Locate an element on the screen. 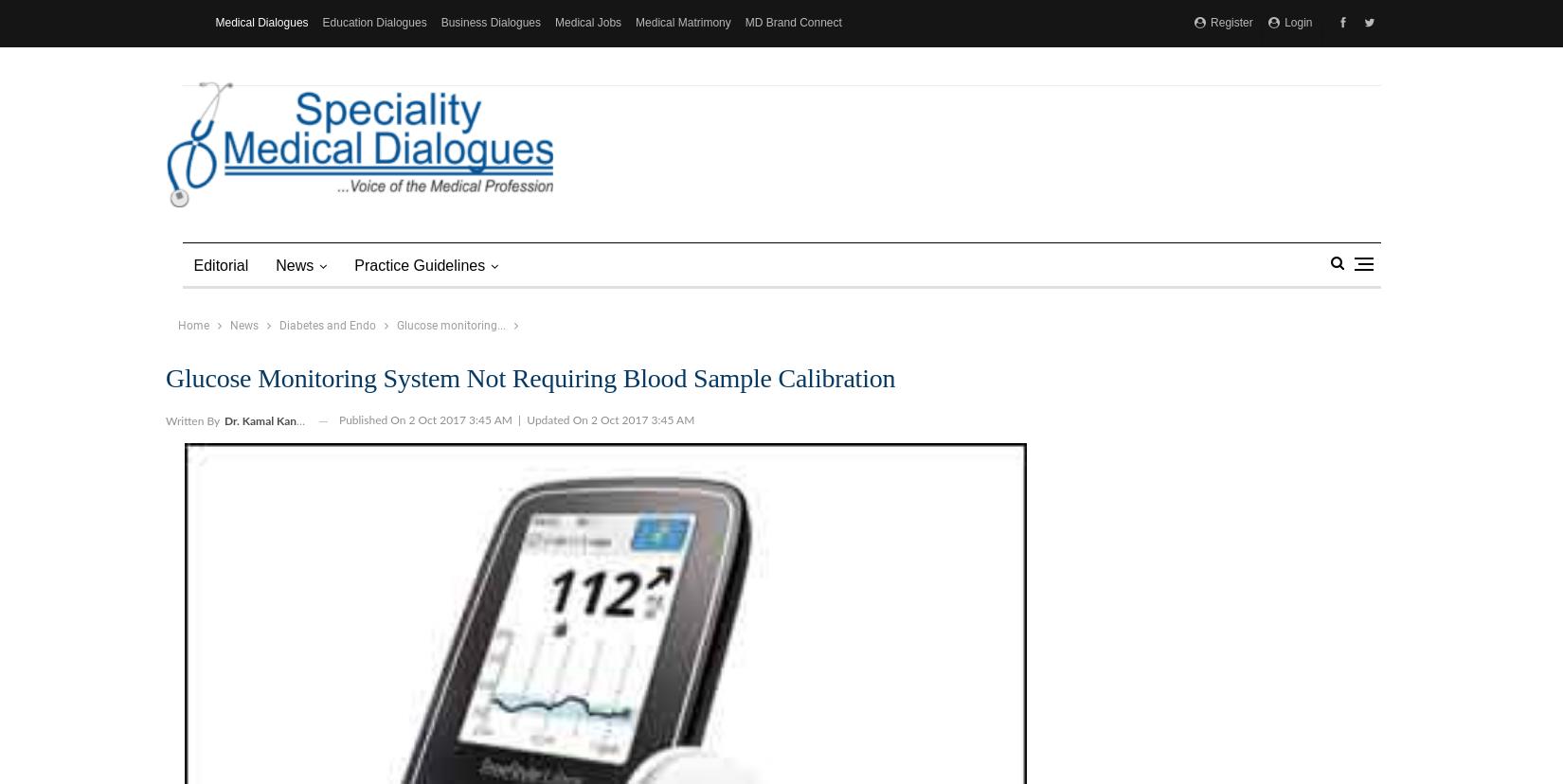 Image resolution: width=1563 pixels, height=784 pixels. 'Medical Dialogues' is located at coordinates (261, 23).